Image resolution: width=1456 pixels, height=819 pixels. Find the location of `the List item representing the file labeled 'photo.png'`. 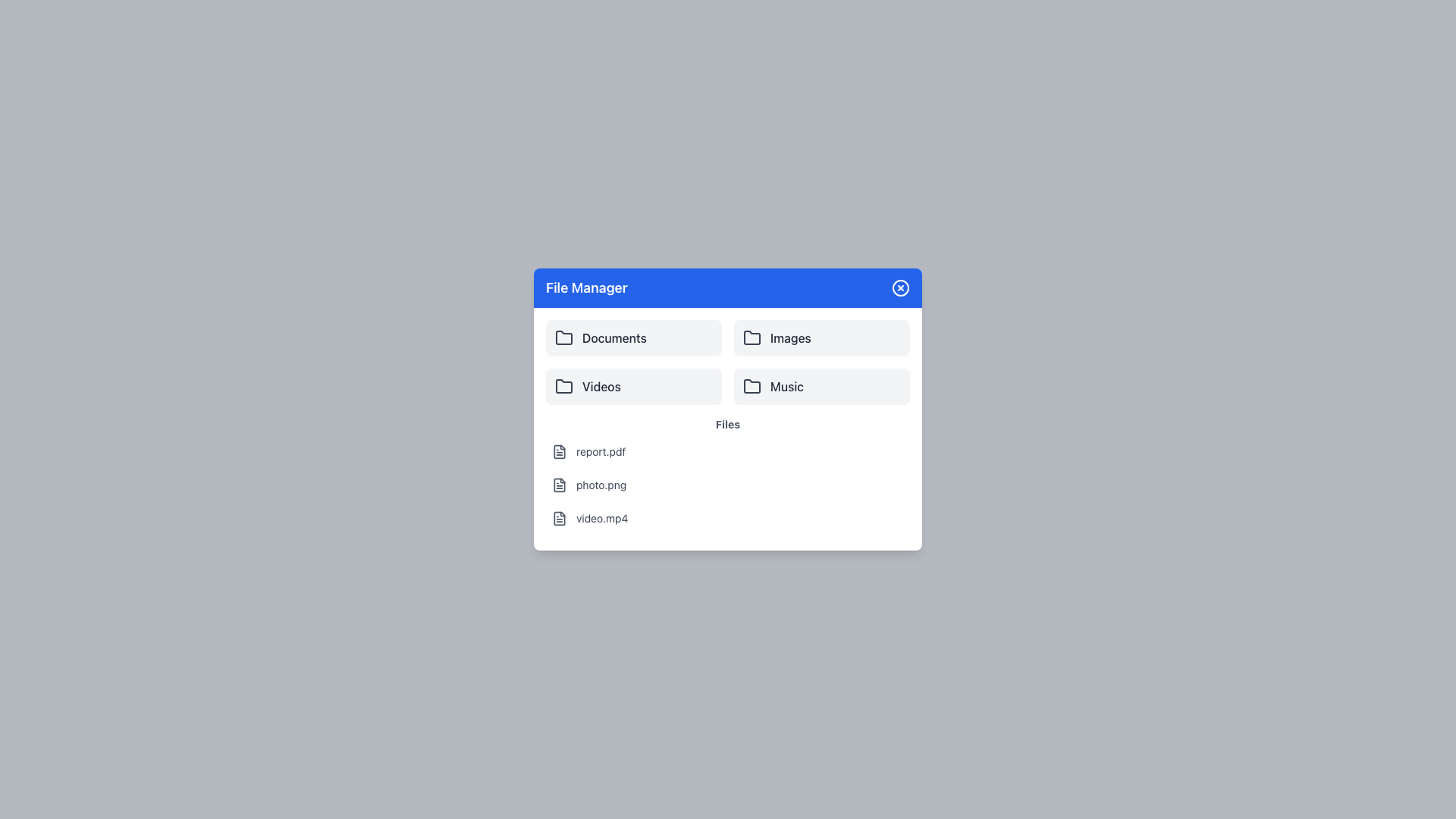

the List item representing the file labeled 'photo.png' is located at coordinates (728, 485).